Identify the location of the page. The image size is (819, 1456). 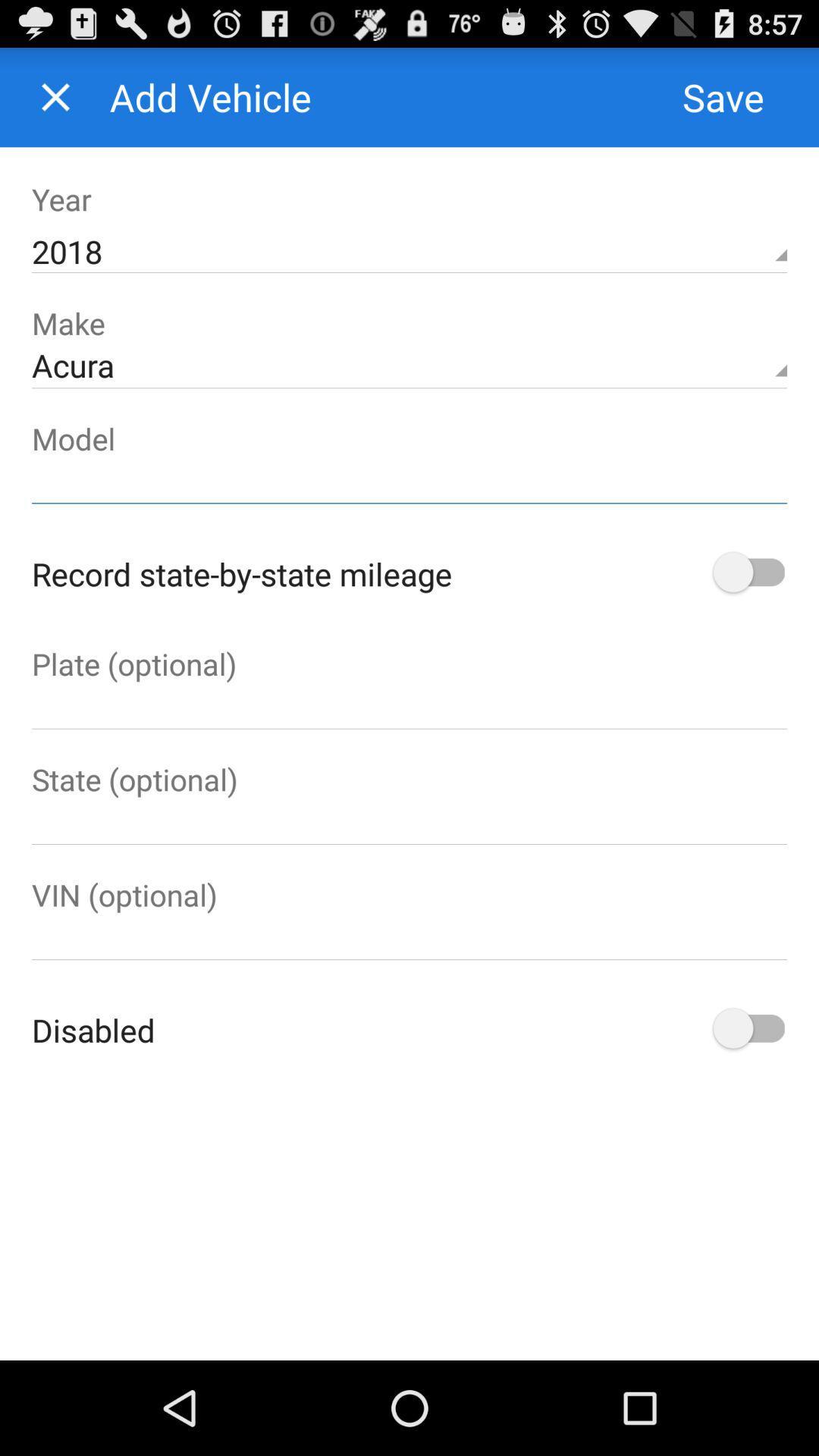
(55, 96).